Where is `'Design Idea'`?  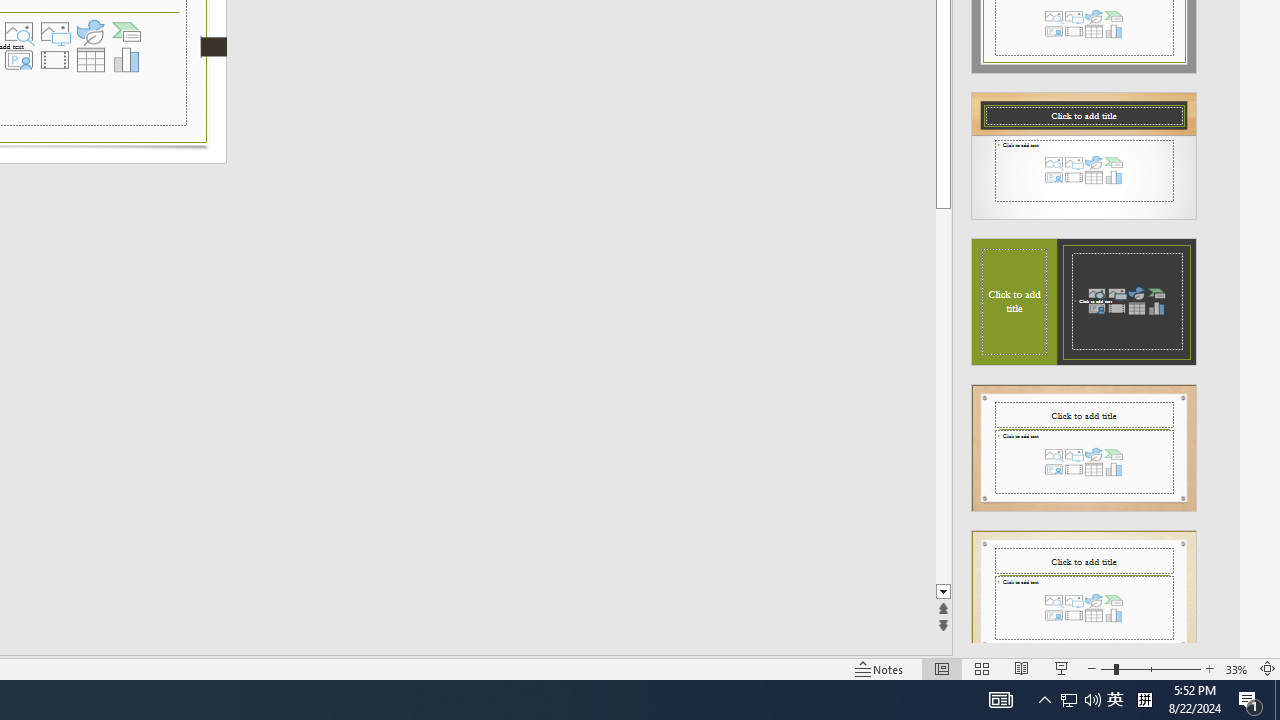
'Design Idea' is located at coordinates (1083, 586).